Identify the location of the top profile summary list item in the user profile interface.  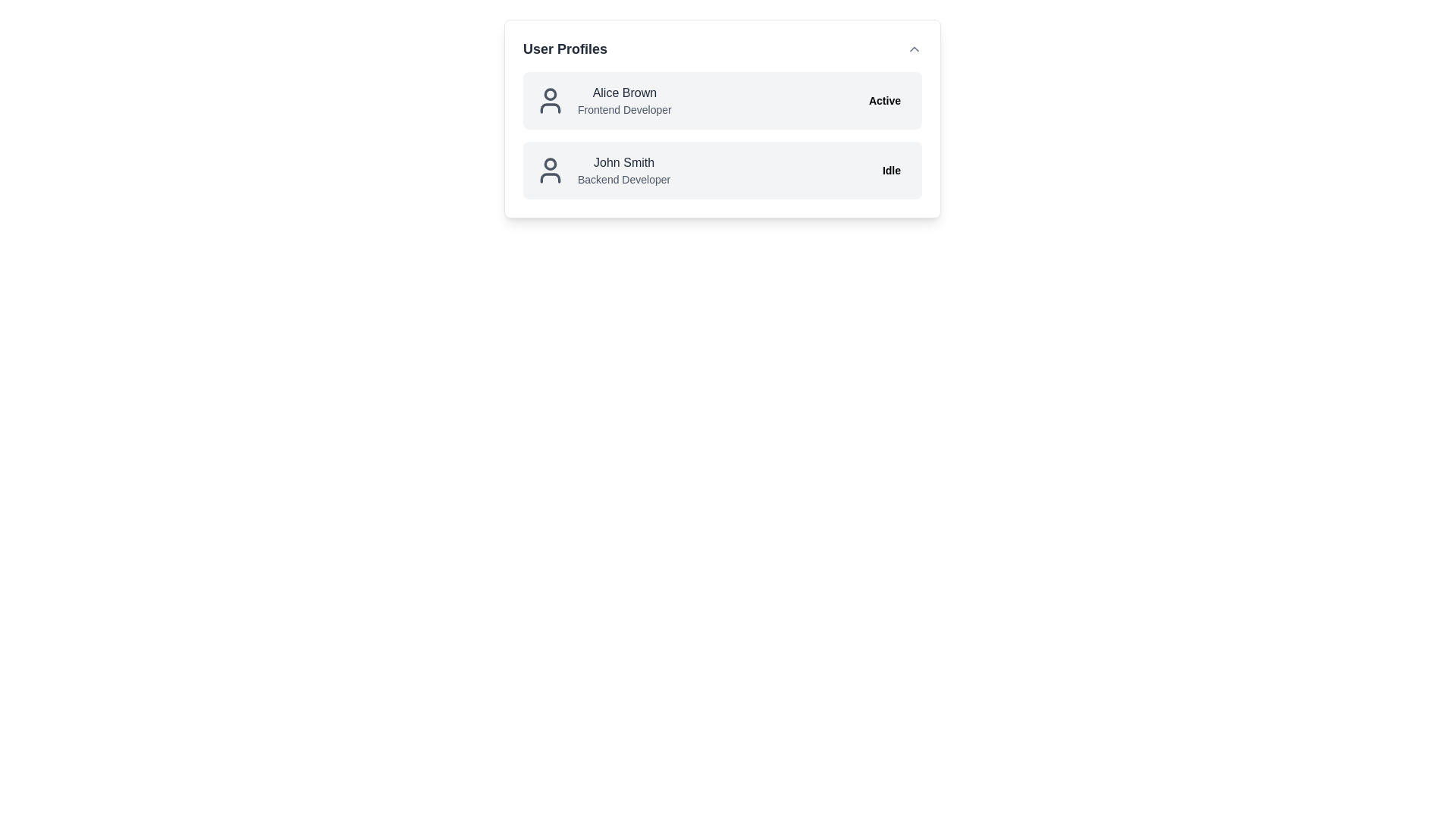
(602, 100).